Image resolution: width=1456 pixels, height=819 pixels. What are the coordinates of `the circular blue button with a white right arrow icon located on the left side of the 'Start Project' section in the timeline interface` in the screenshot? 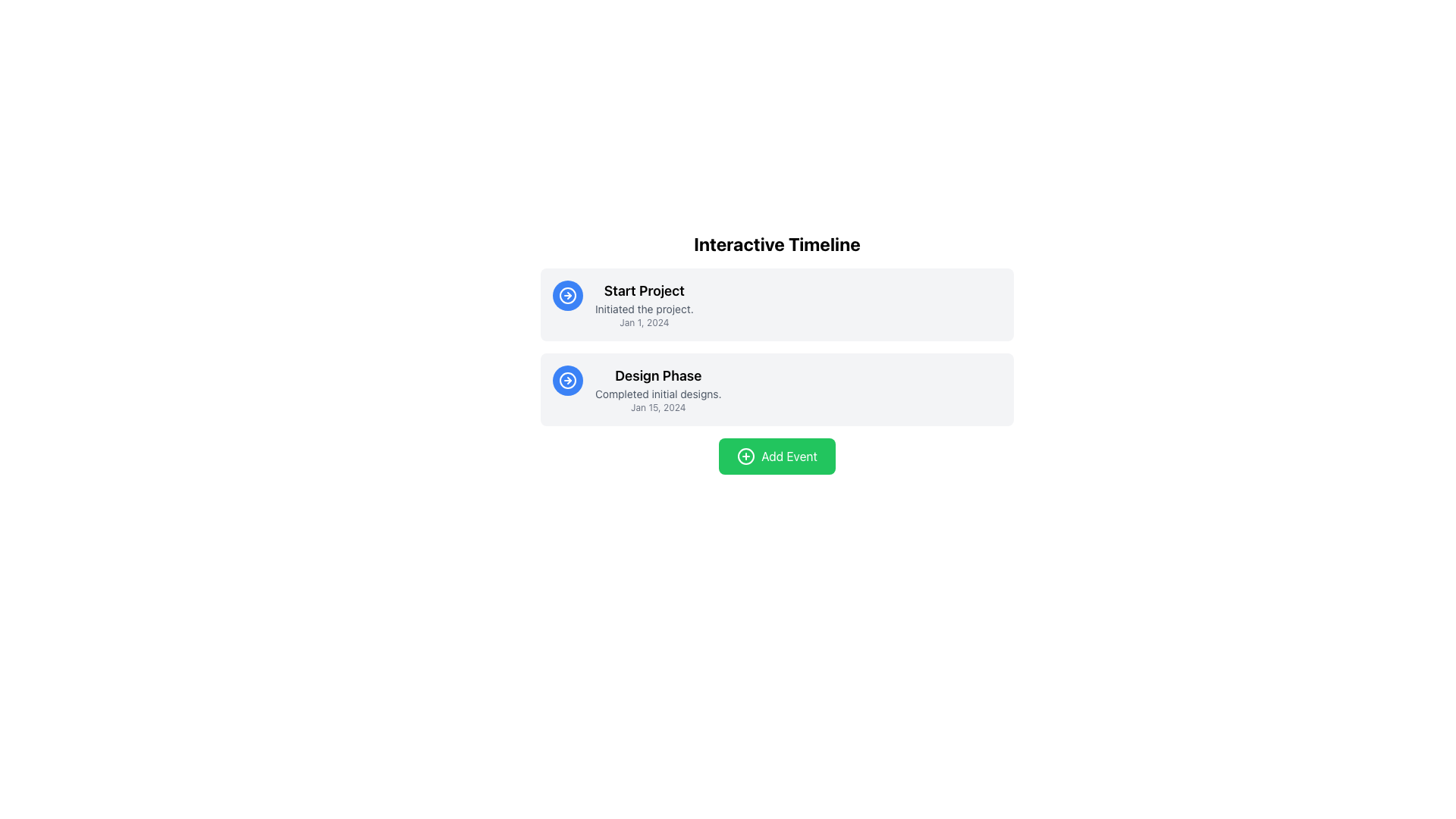 It's located at (566, 295).